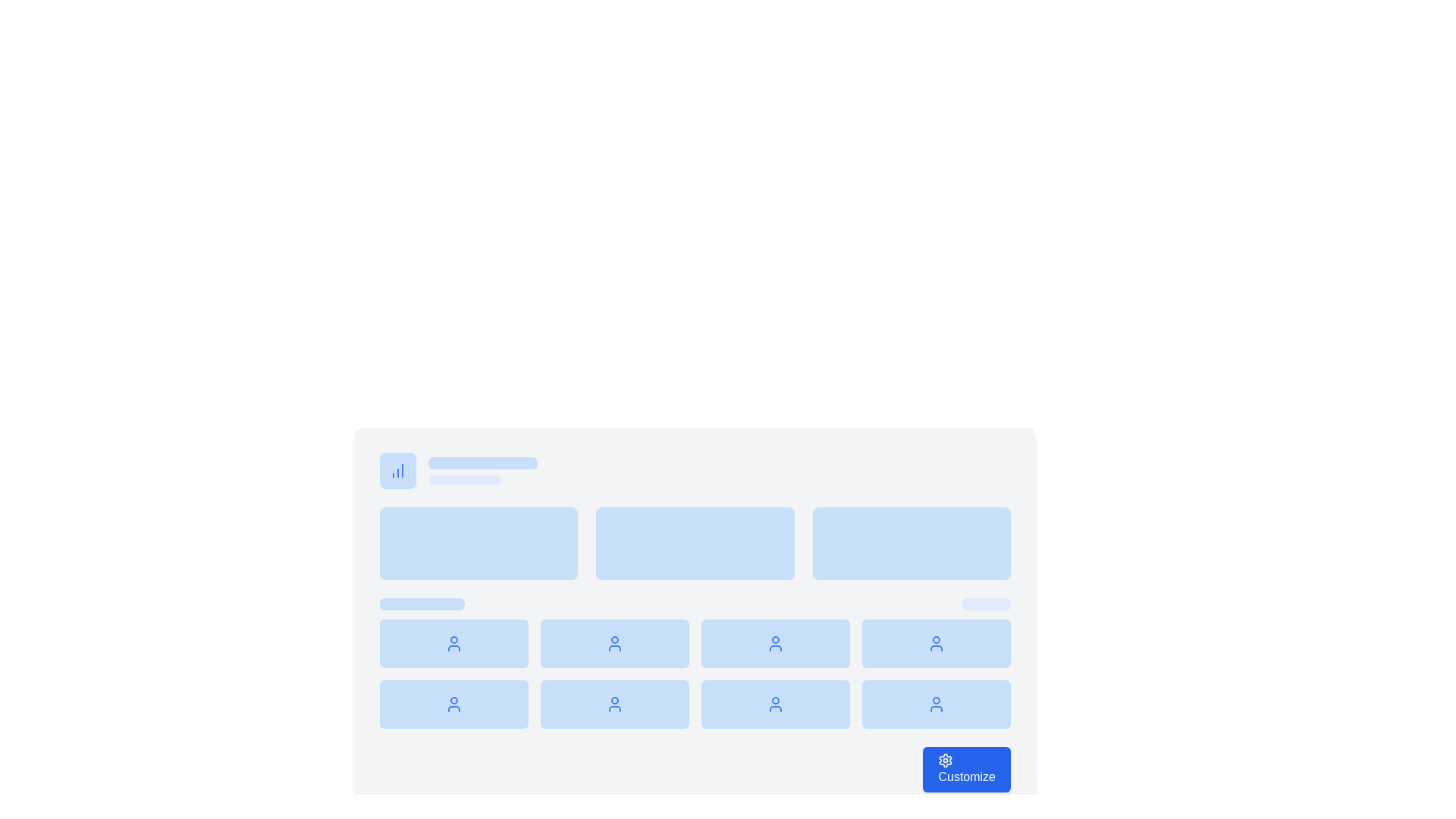  What do you see at coordinates (482, 462) in the screenshot?
I see `the loading animation of the Skeleton Placeholder located near the top-left section of the interface` at bounding box center [482, 462].